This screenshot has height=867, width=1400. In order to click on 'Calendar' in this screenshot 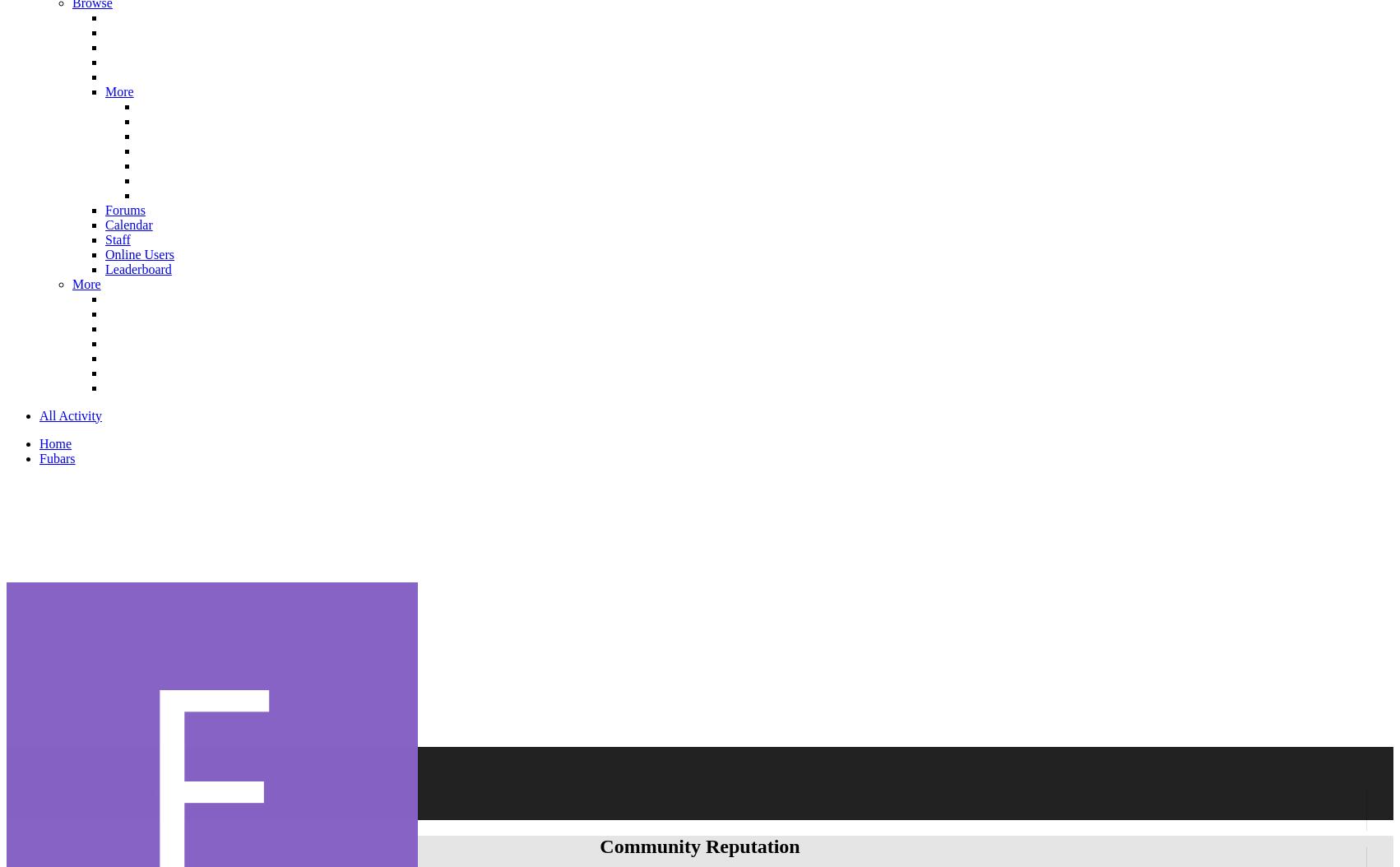, I will do `click(127, 223)`.